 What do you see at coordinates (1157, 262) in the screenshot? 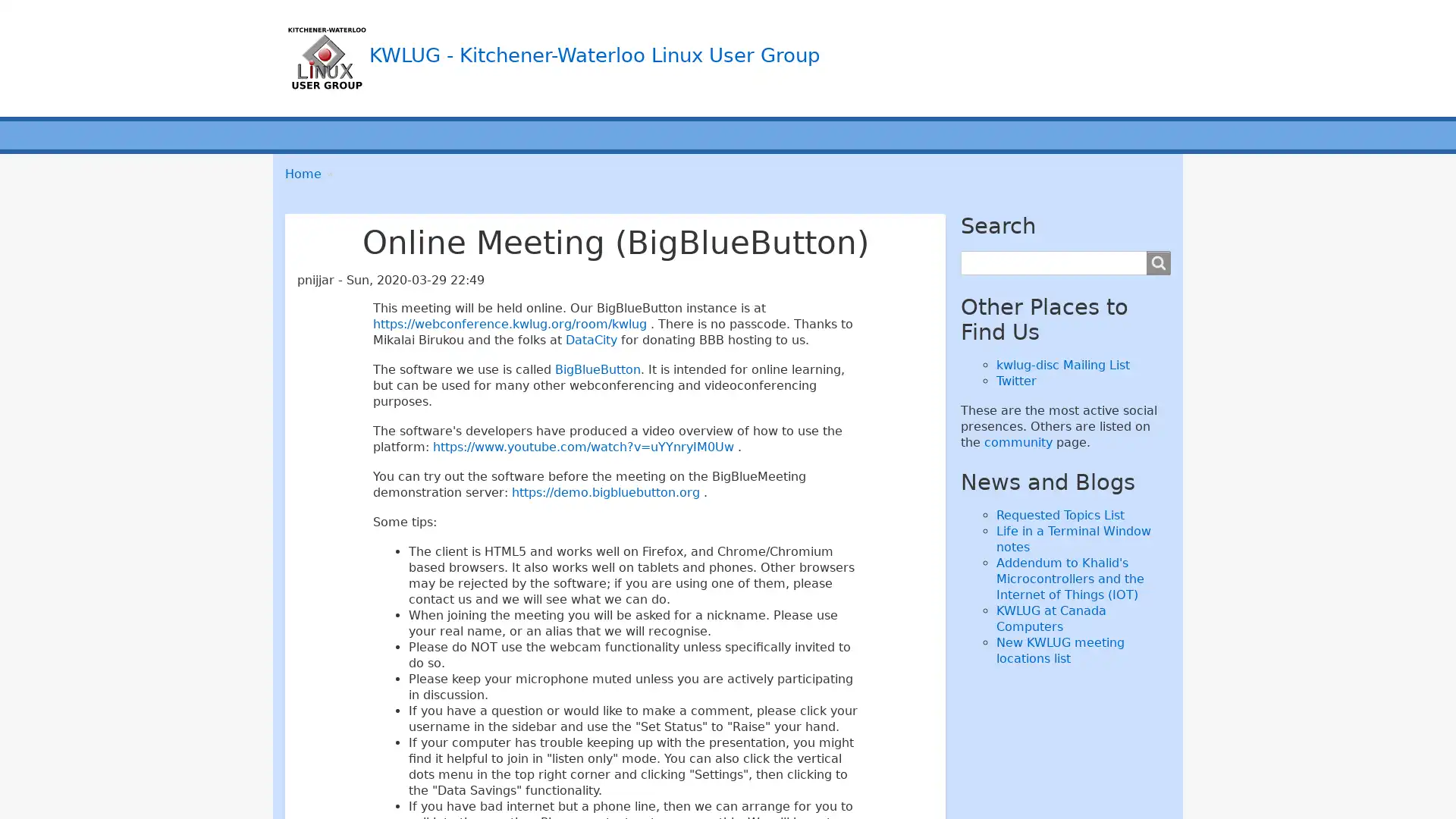
I see `Search` at bounding box center [1157, 262].